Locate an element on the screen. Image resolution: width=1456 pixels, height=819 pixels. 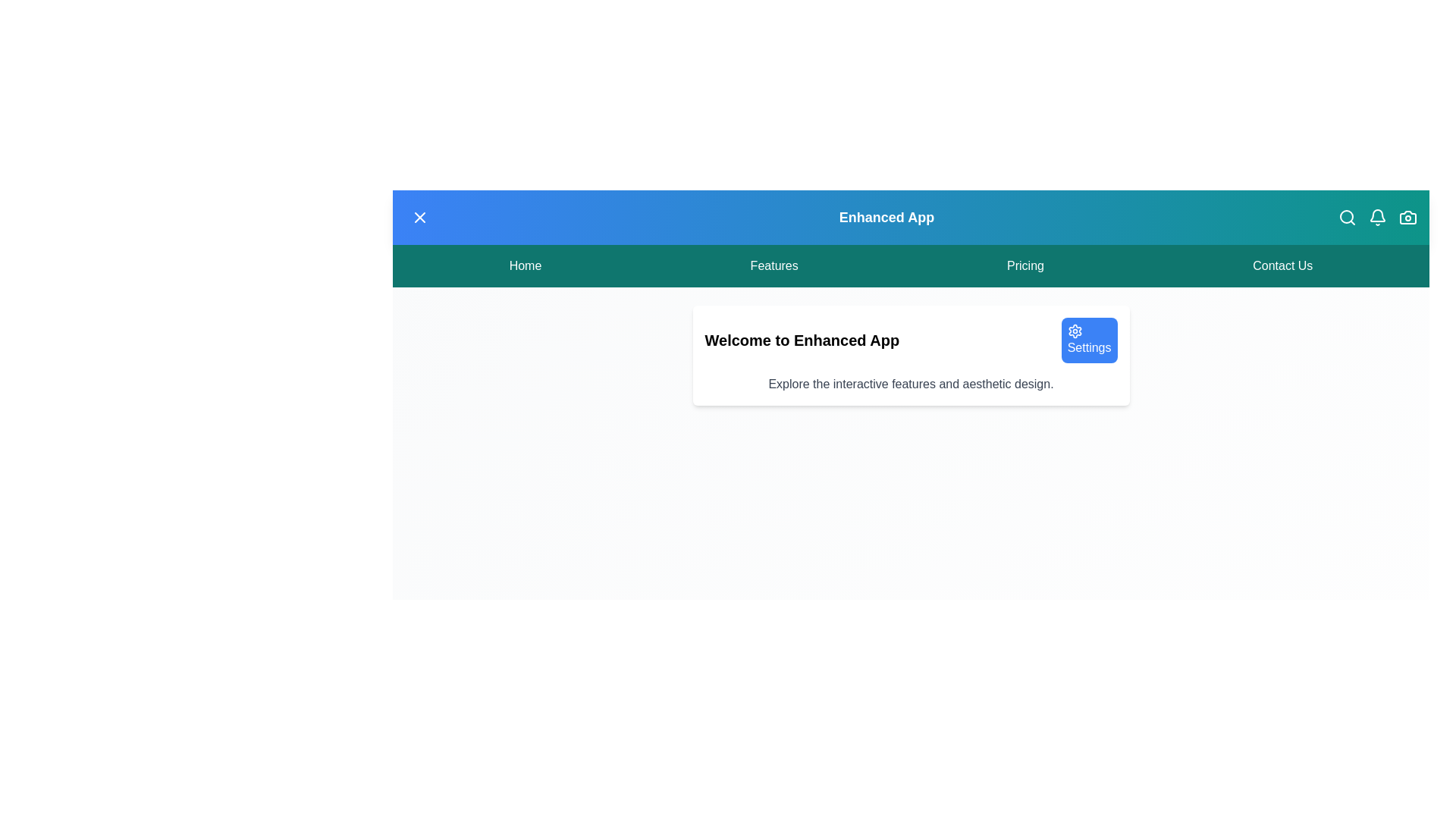
the menu item Home from the menu bar is located at coordinates (525, 265).